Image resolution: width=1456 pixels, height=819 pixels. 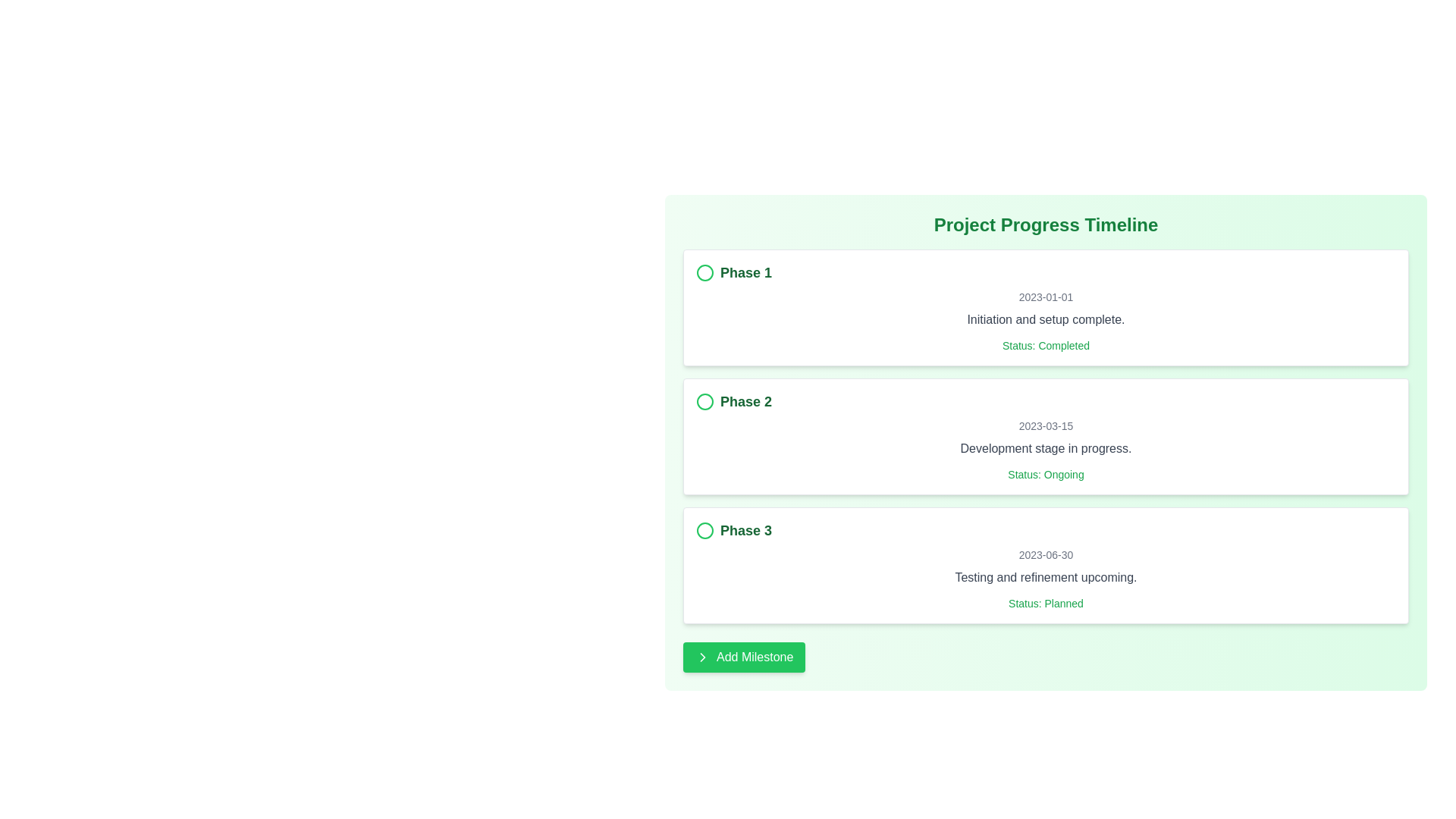 What do you see at coordinates (744, 657) in the screenshot?
I see `the green 'Add Milestone' button with white text and a right-pointing chevron icon located at the bottom-right of the 'Project Progress Timeline' panel to initiate adding a milestone` at bounding box center [744, 657].